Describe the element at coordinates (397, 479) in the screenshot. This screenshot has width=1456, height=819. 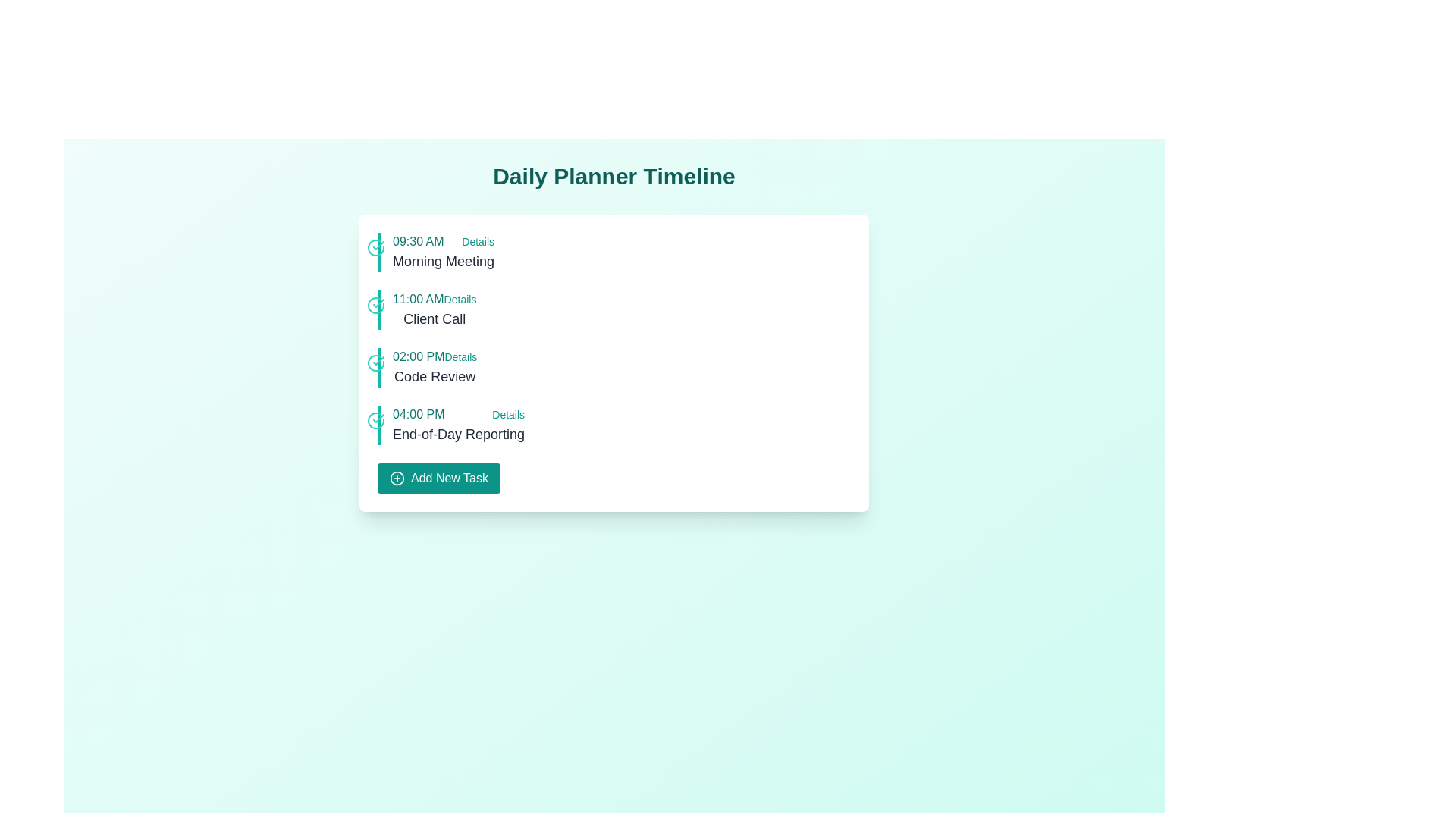
I see `the add new task icon located on the left side of the text 'Add New Task' in the daily planner interface` at that location.